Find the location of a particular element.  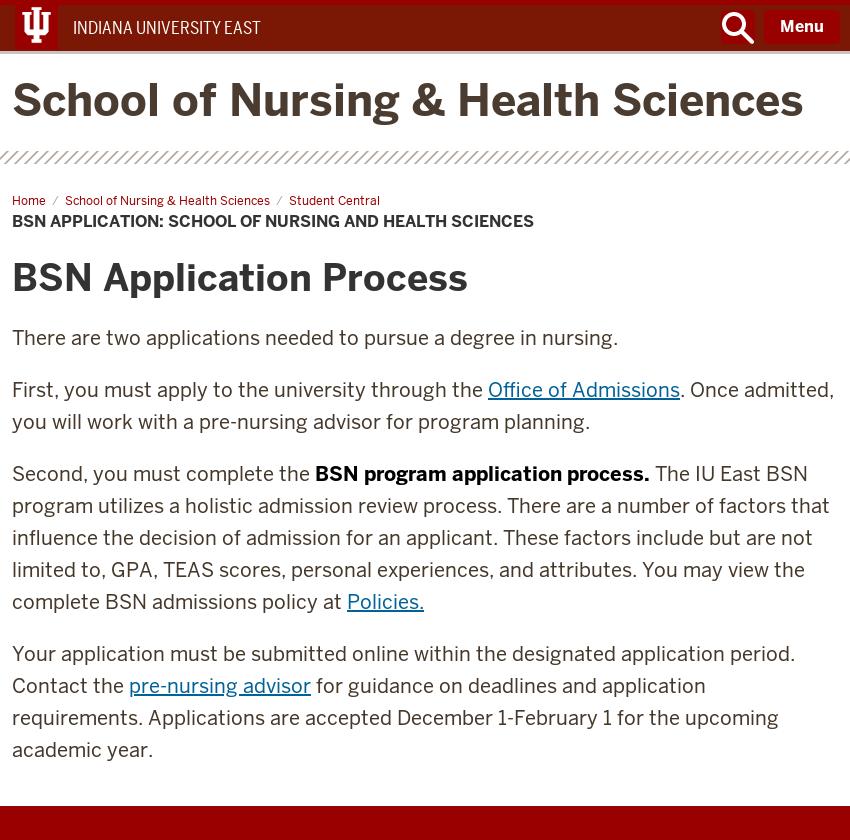

'There are two applications needed to pursue a degree in nursing.' is located at coordinates (315, 337).